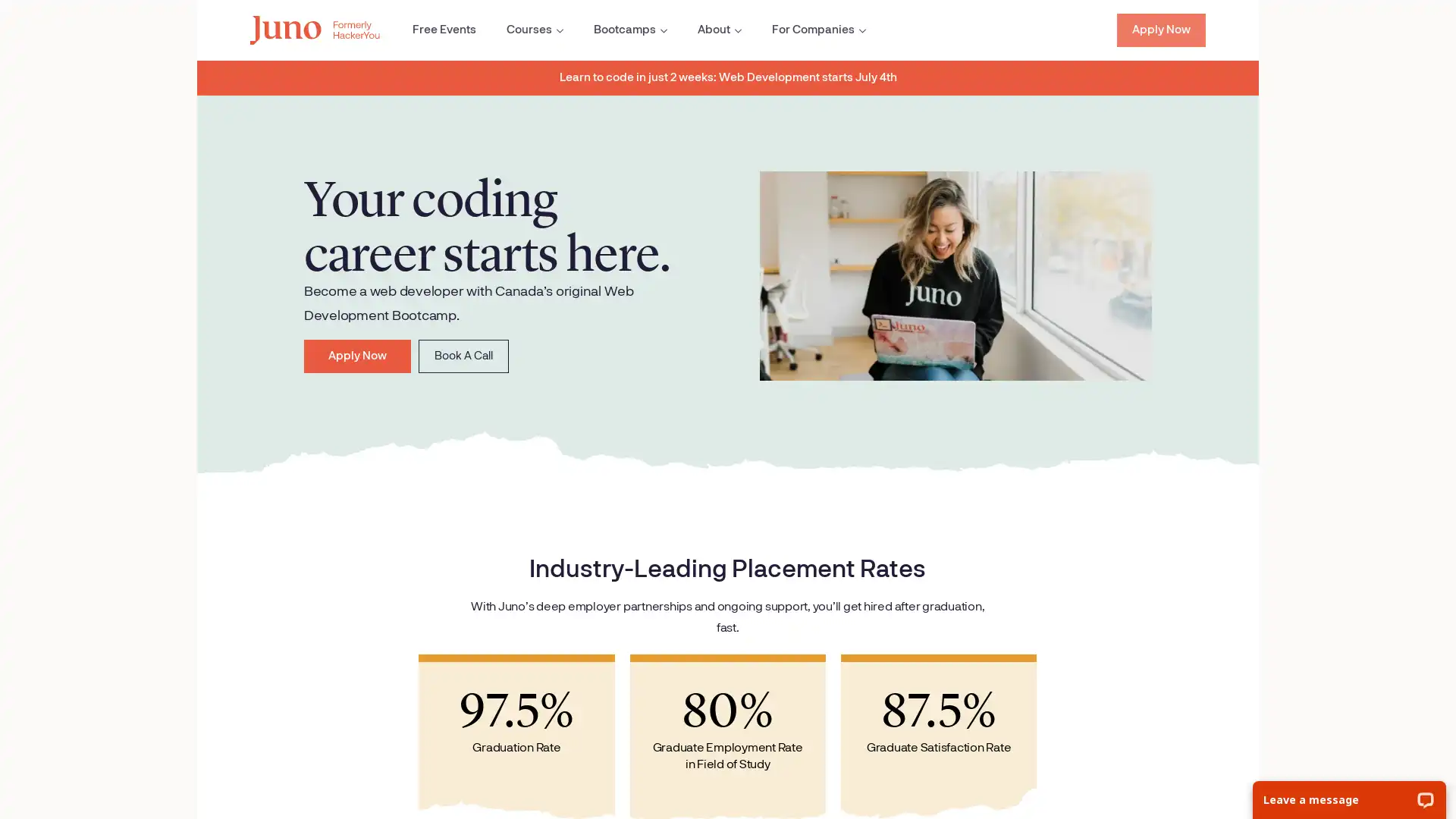 The width and height of the screenshot is (1456, 819). I want to click on Open the About sub menu., so click(705, 30).